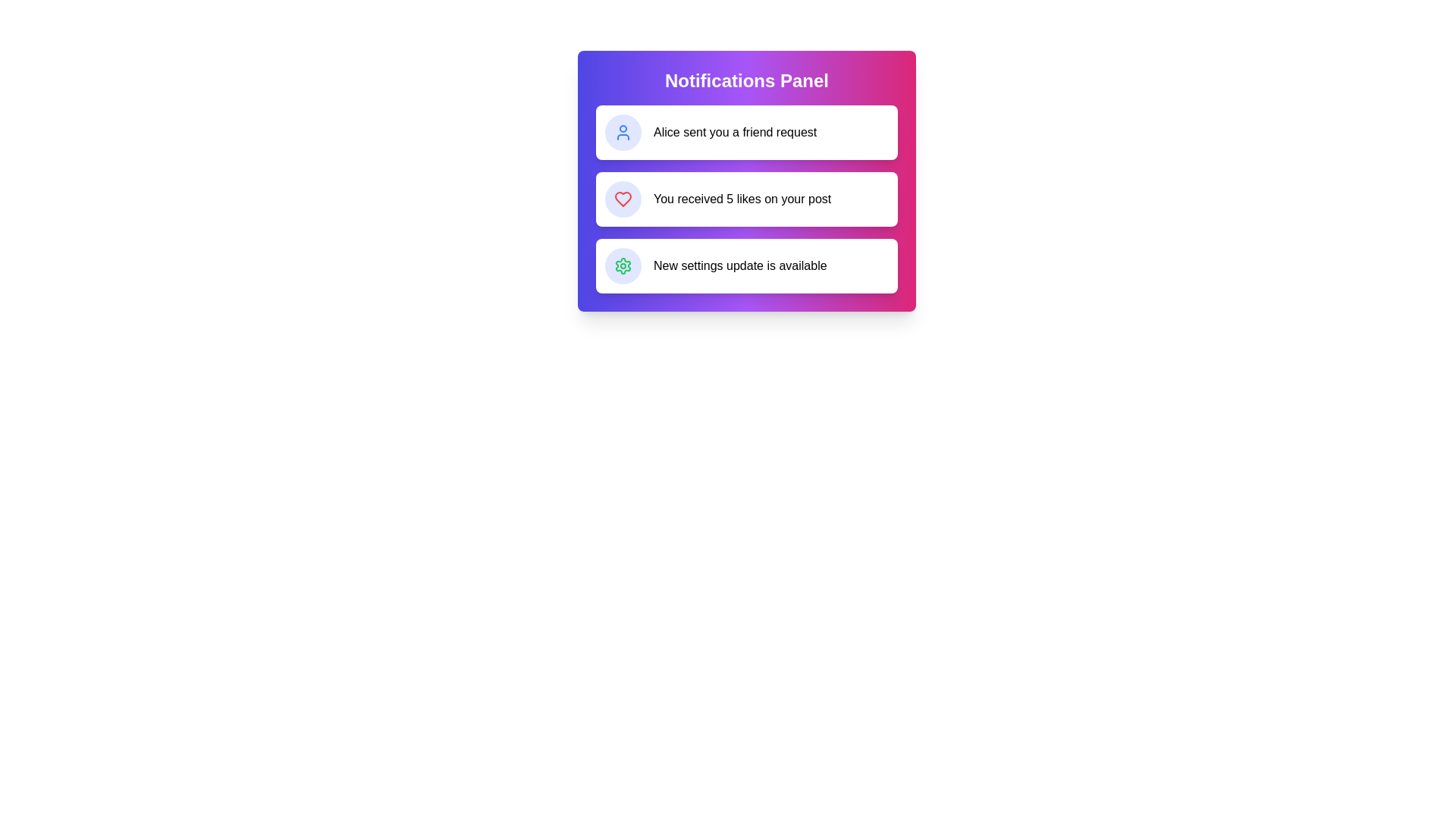 The image size is (1456, 819). I want to click on the notification icon indicating likes, which is located at the leftmost position of the notification item stating 'You received 5 likes on your post', so click(623, 198).